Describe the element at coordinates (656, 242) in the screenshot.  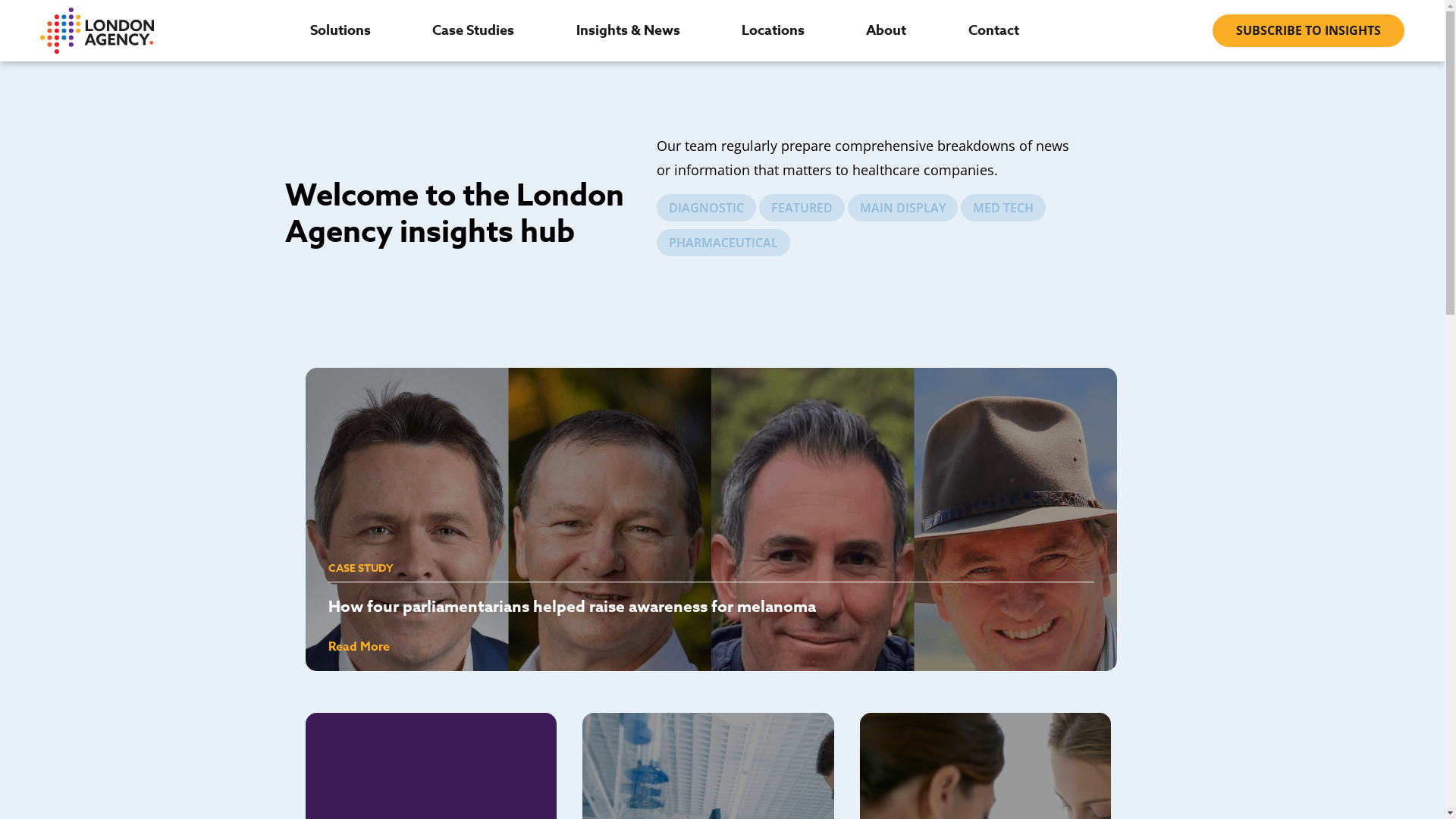
I see `'PHARMACEUTICAL'` at that location.